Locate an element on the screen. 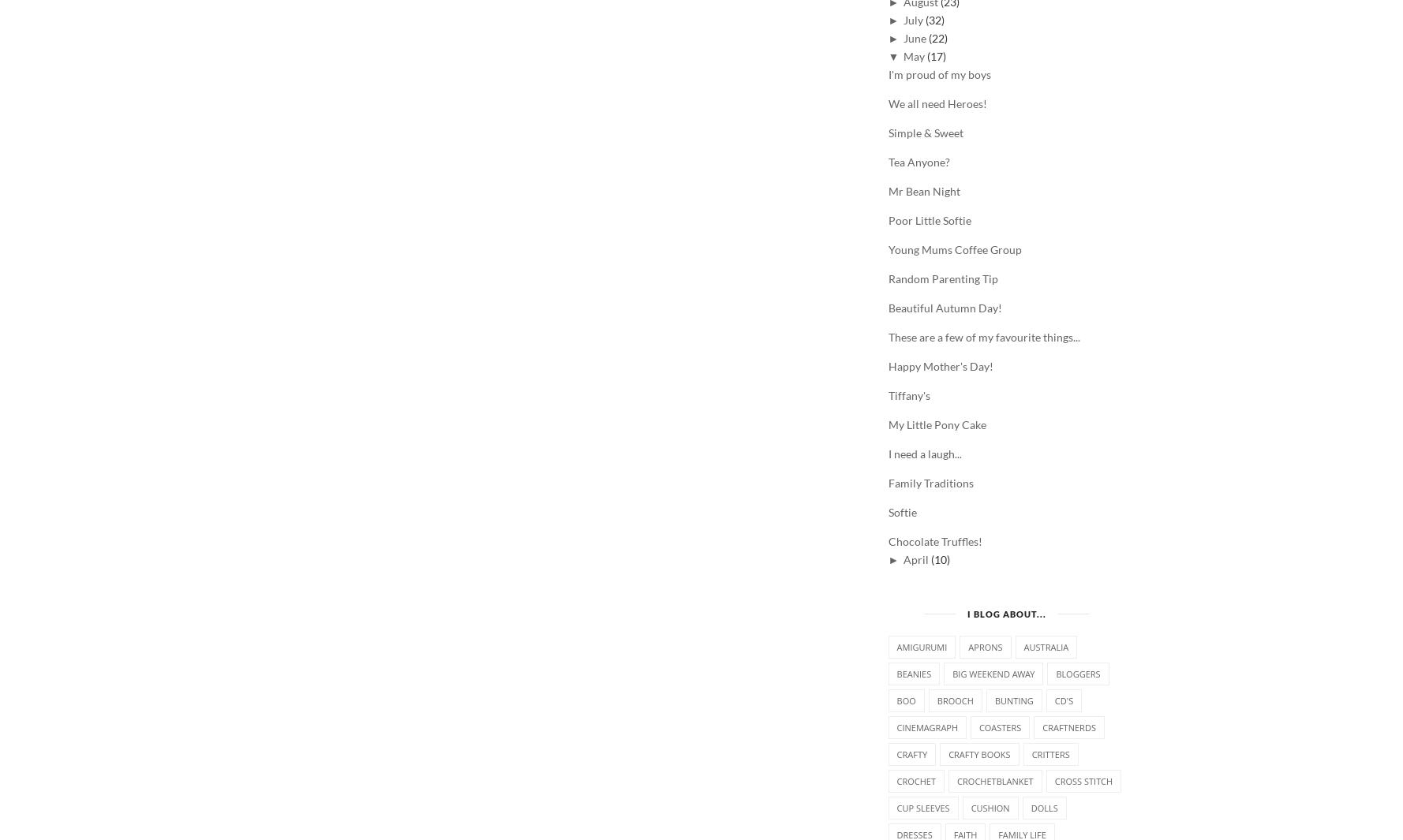 This screenshot has height=840, width=1403. 'crochet' is located at coordinates (916, 781).